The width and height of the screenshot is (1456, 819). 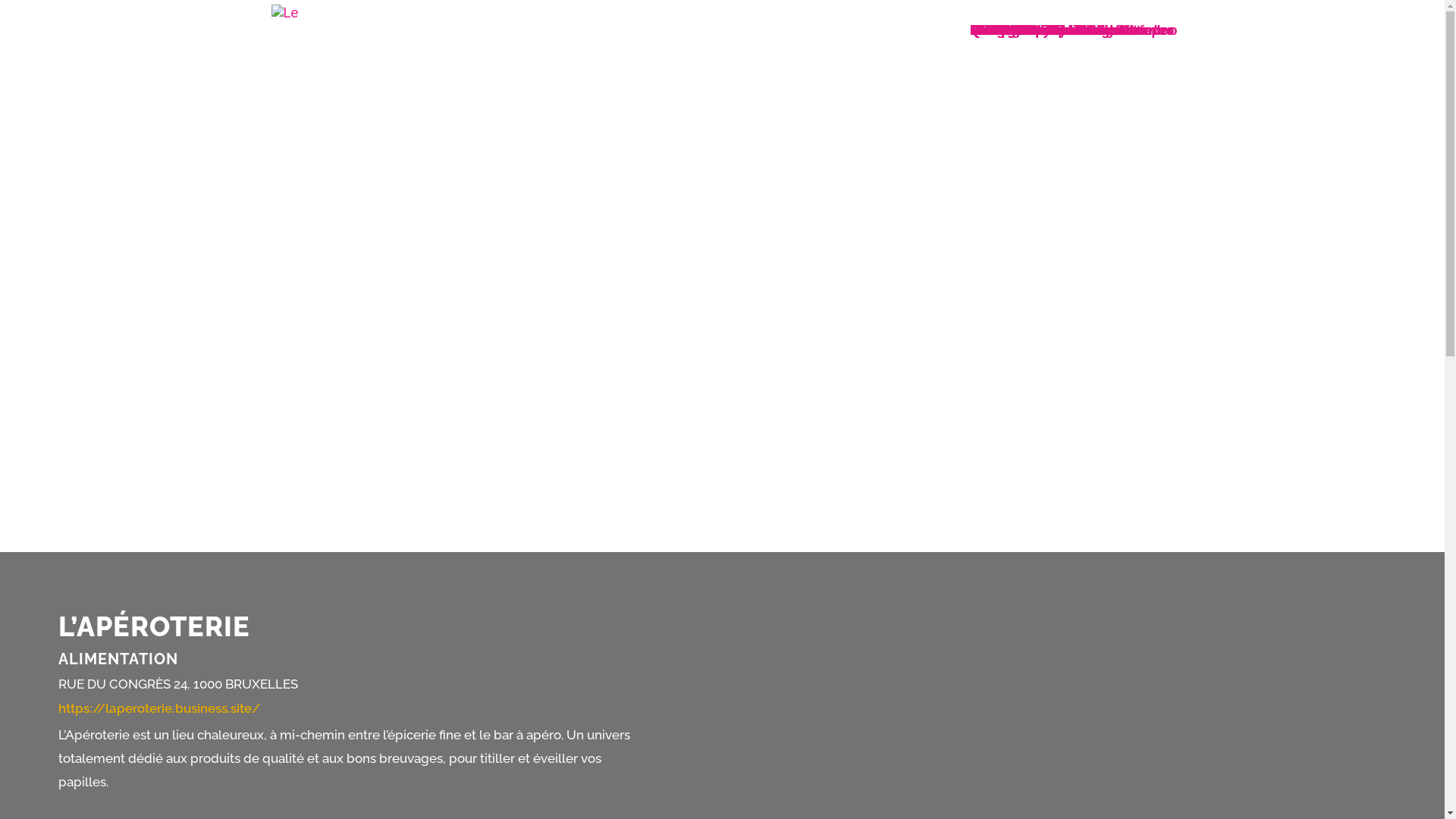 I want to click on 'Boulevards du centre', so click(x=1039, y=30).